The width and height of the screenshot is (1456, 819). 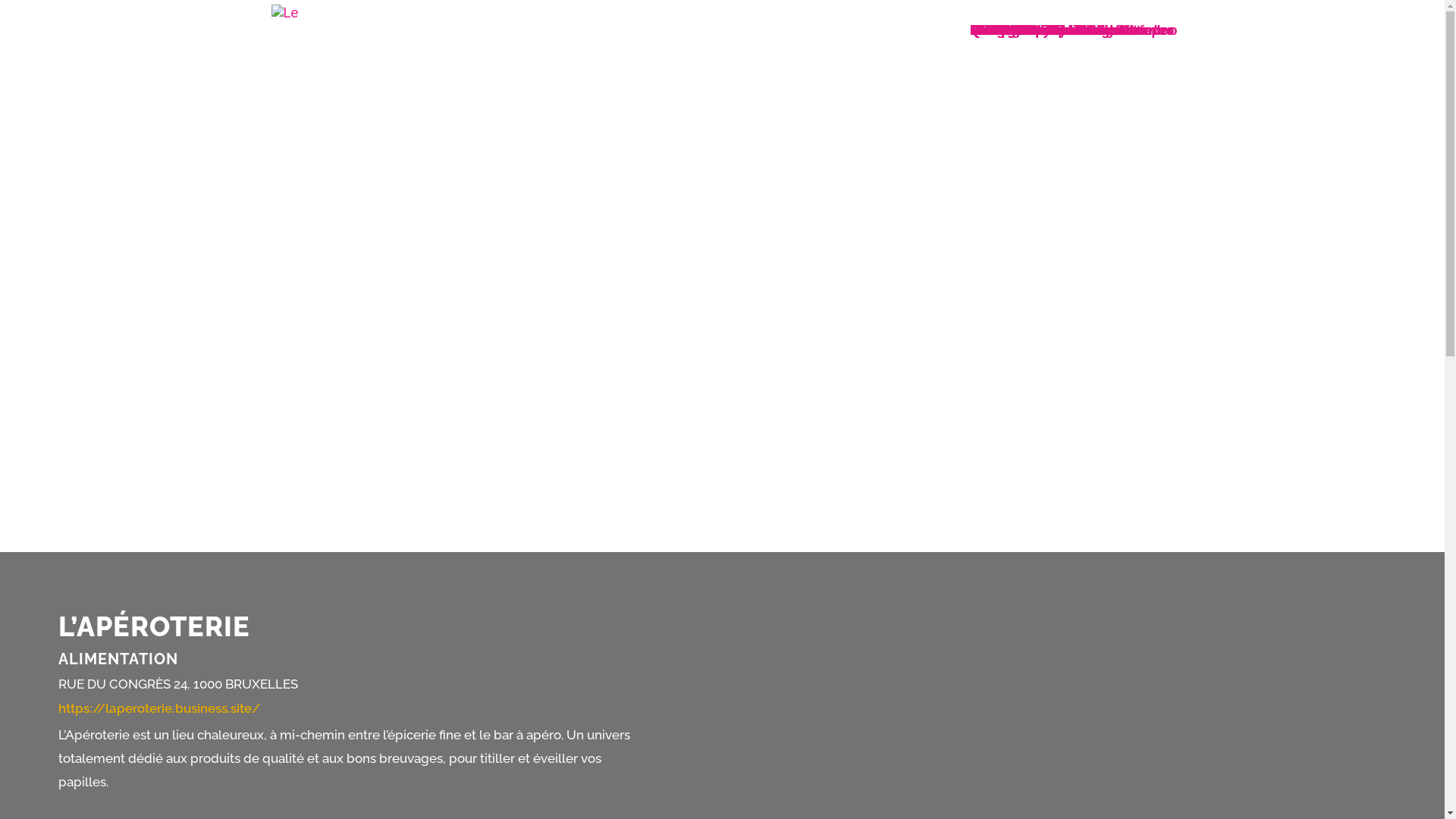 I want to click on 'Boulevards du centre', so click(x=1039, y=30).